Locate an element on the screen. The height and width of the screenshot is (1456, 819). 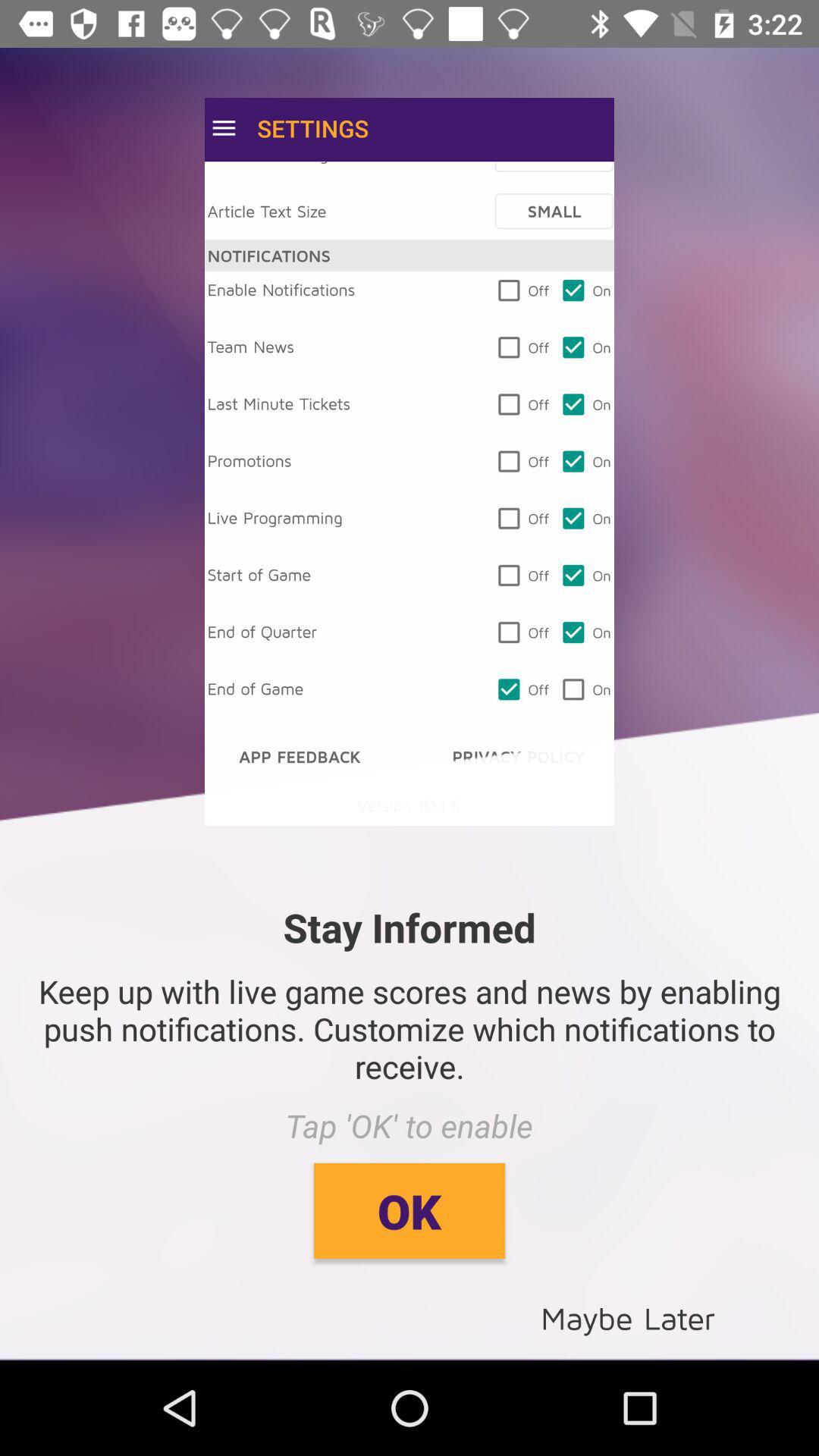
the maybe later is located at coordinates (628, 1316).